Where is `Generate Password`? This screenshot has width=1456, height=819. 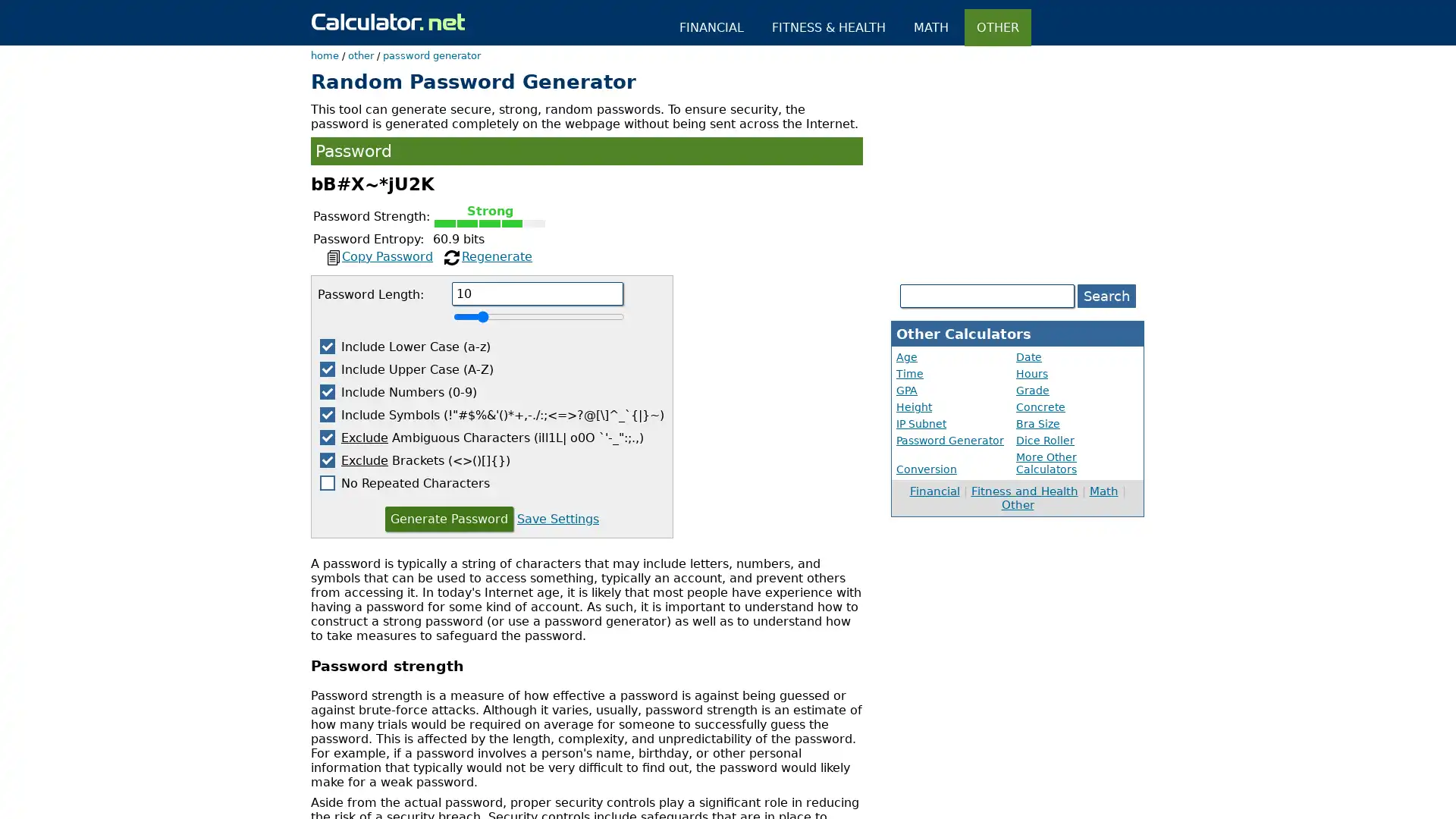
Generate Password is located at coordinates (448, 517).